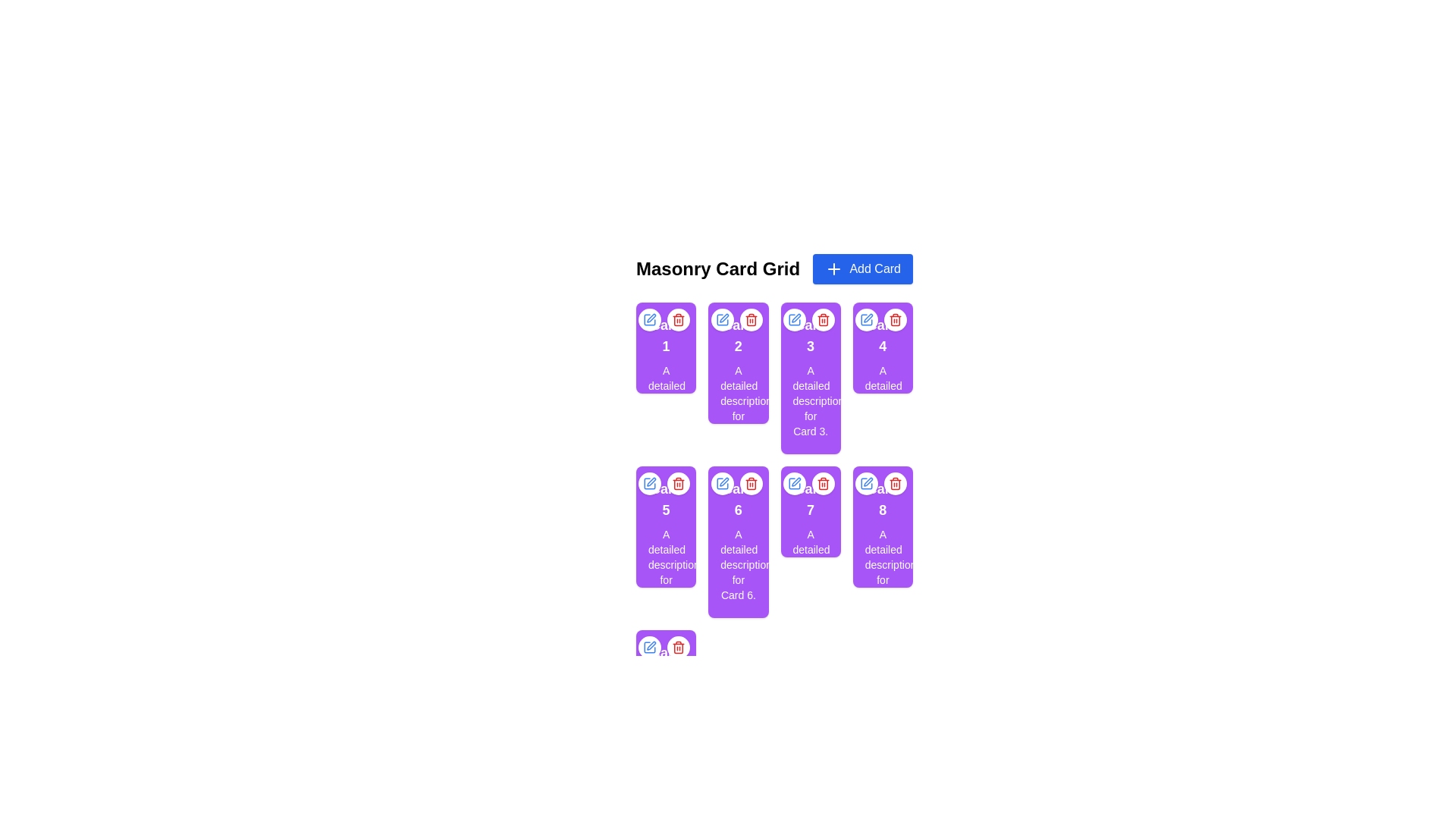 The height and width of the screenshot is (819, 1456). I want to click on the blue pen icon located on the left button of the circular button group within the purple card labeled 'Card 3', so click(808, 318).